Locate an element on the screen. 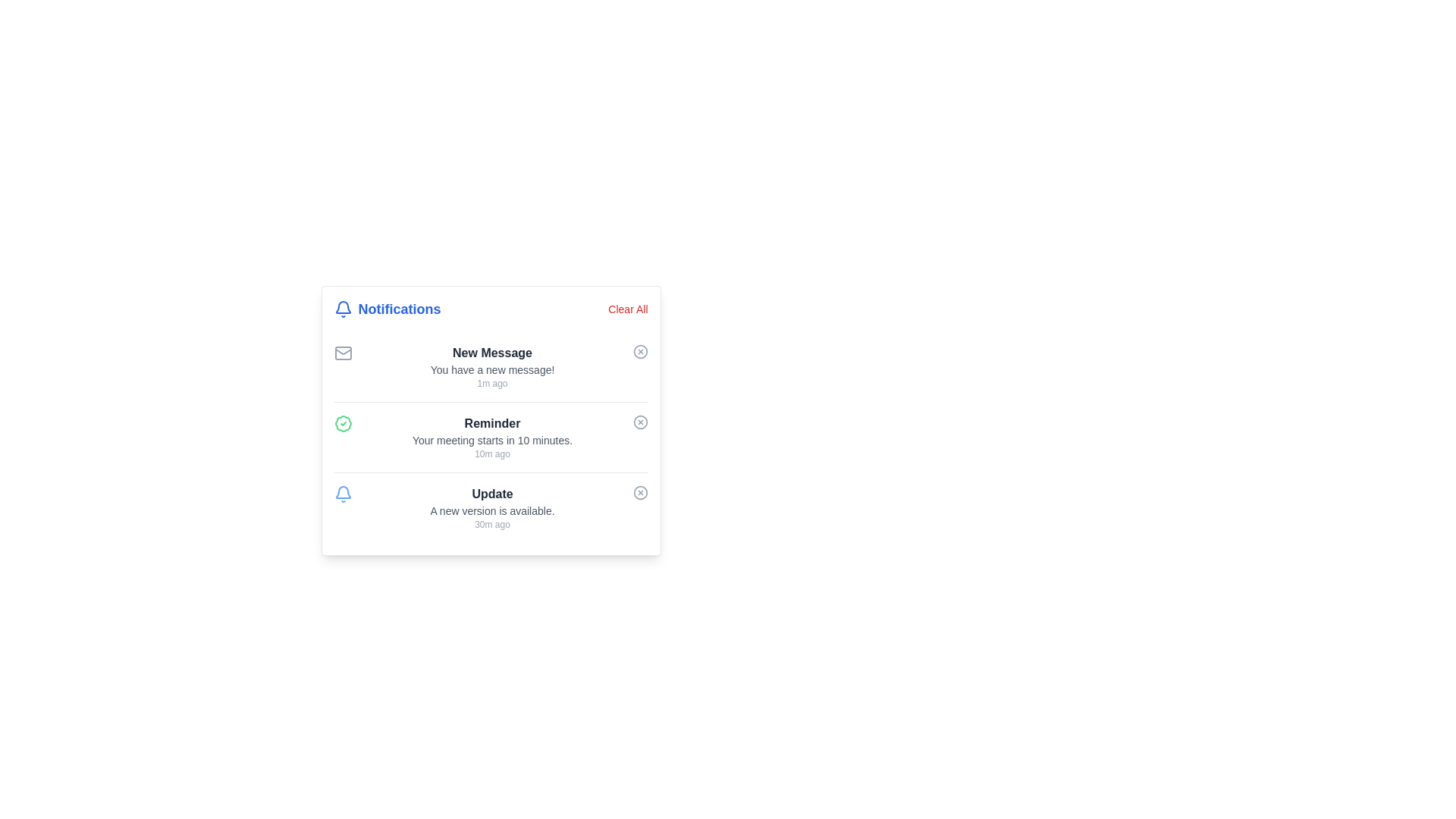 The width and height of the screenshot is (1456, 819). the decorative graphical circle, which signifies an aspect of the notification and is part of the icon located on the right side of the 'Reminder' notification row is located at coordinates (640, 422).